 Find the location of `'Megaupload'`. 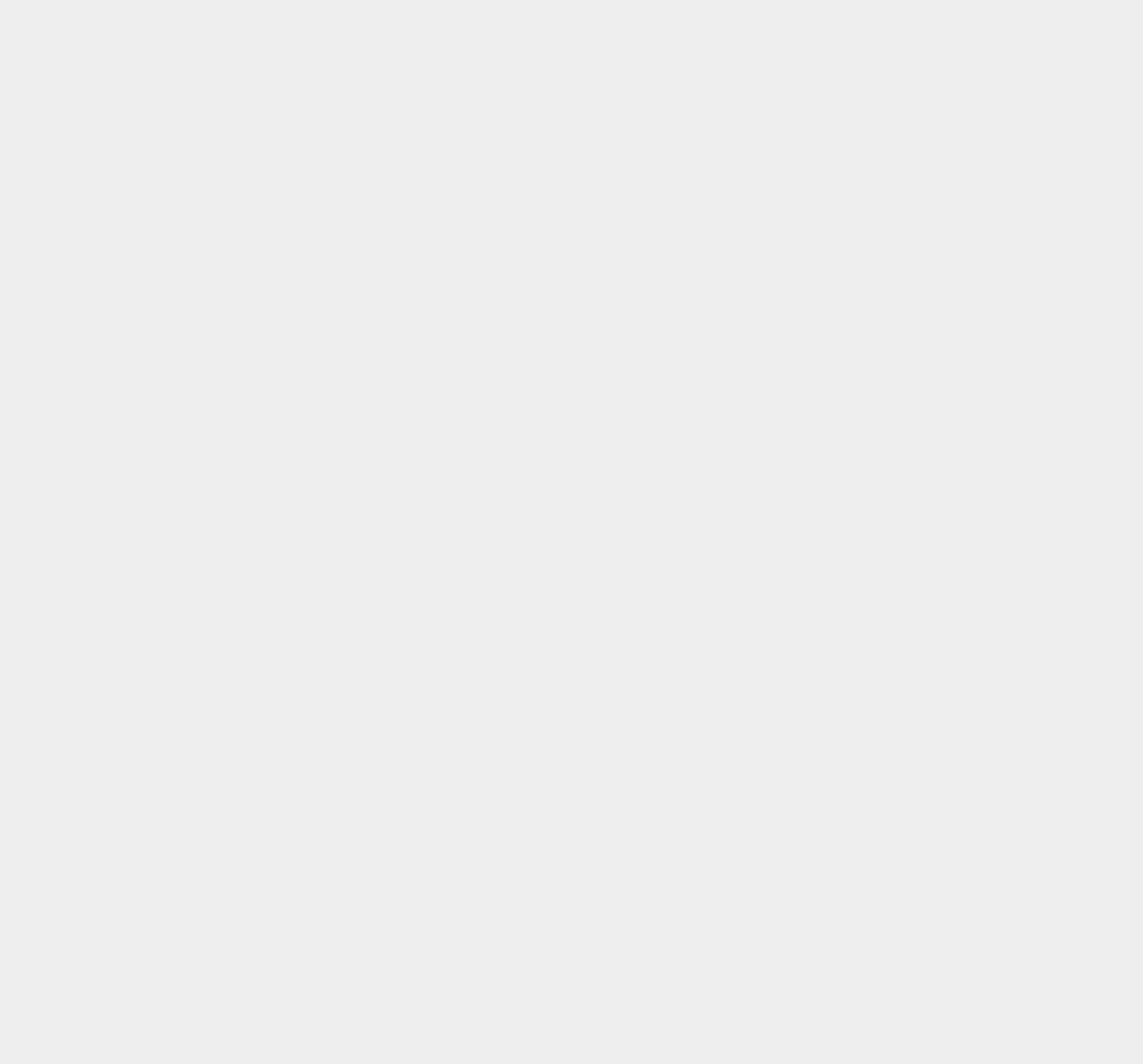

'Megaupload' is located at coordinates (807, 1003).